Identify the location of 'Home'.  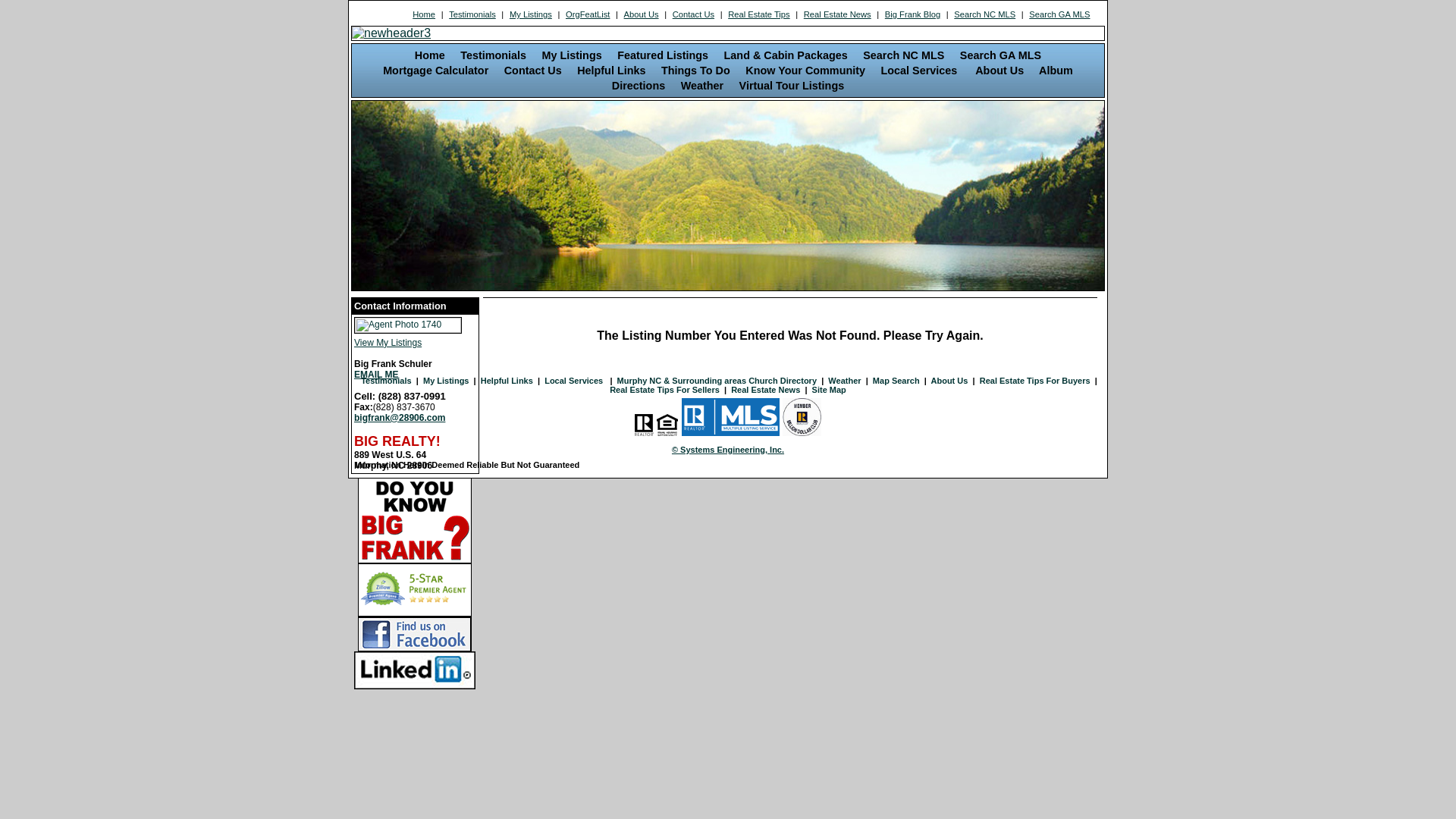
(428, 55).